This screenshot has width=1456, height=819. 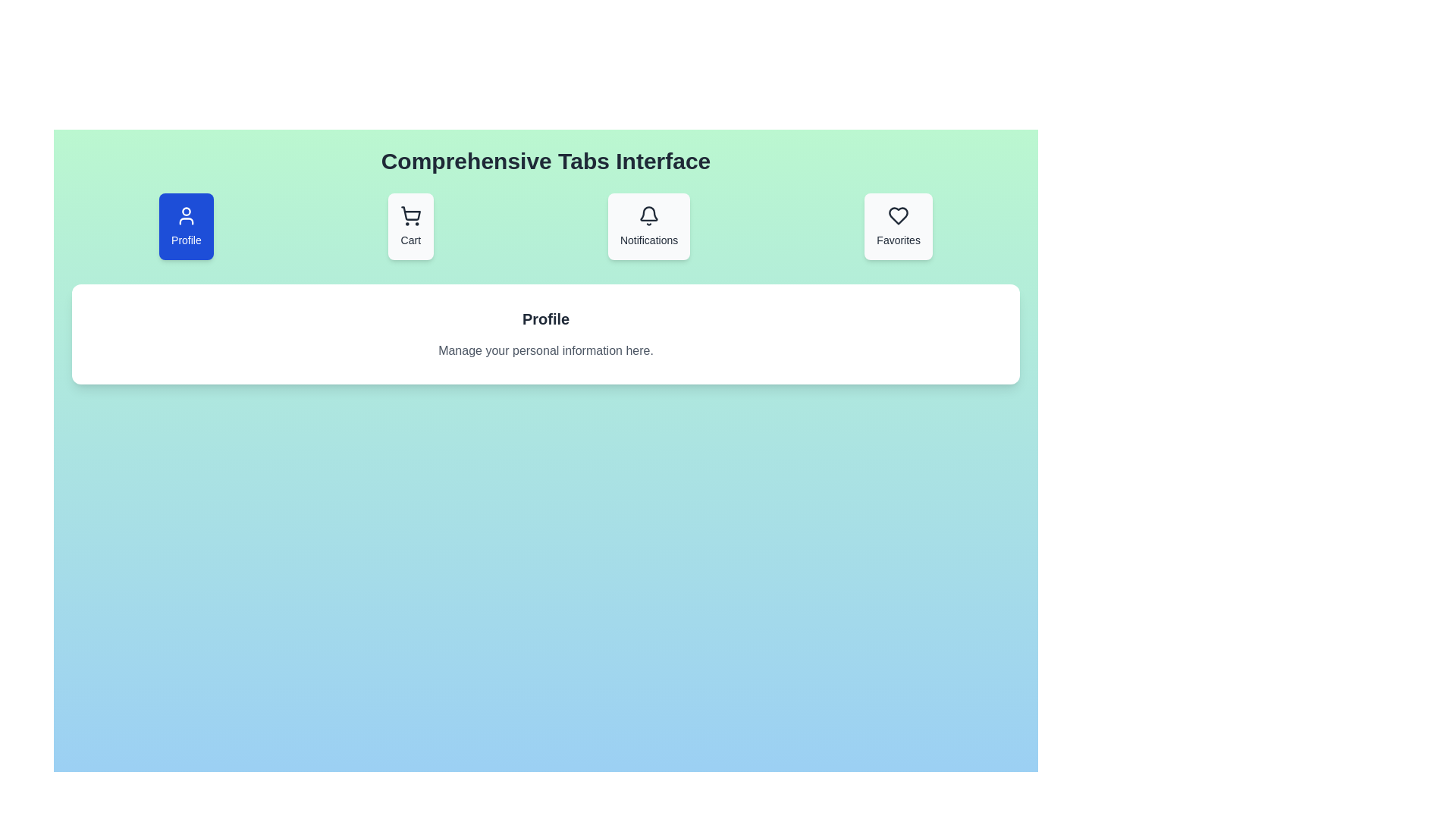 What do you see at coordinates (899, 216) in the screenshot?
I see `the favorites icon located above the 'Favorites' text label, which symbolizes the favorites feature` at bounding box center [899, 216].